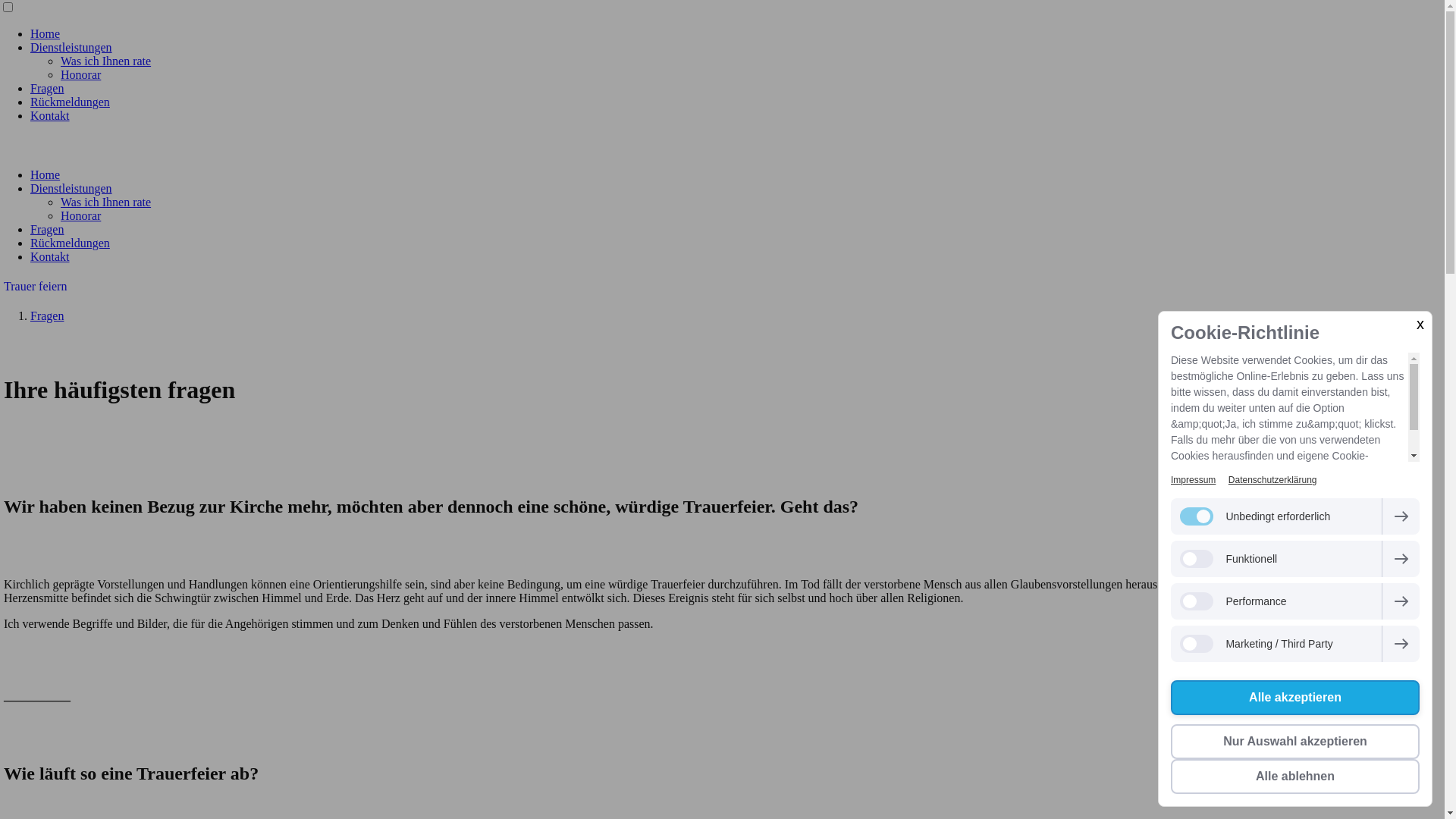 Image resolution: width=1456 pixels, height=819 pixels. Describe the element at coordinates (1294, 741) in the screenshot. I see `'Nur Auswahl akzeptieren'` at that location.